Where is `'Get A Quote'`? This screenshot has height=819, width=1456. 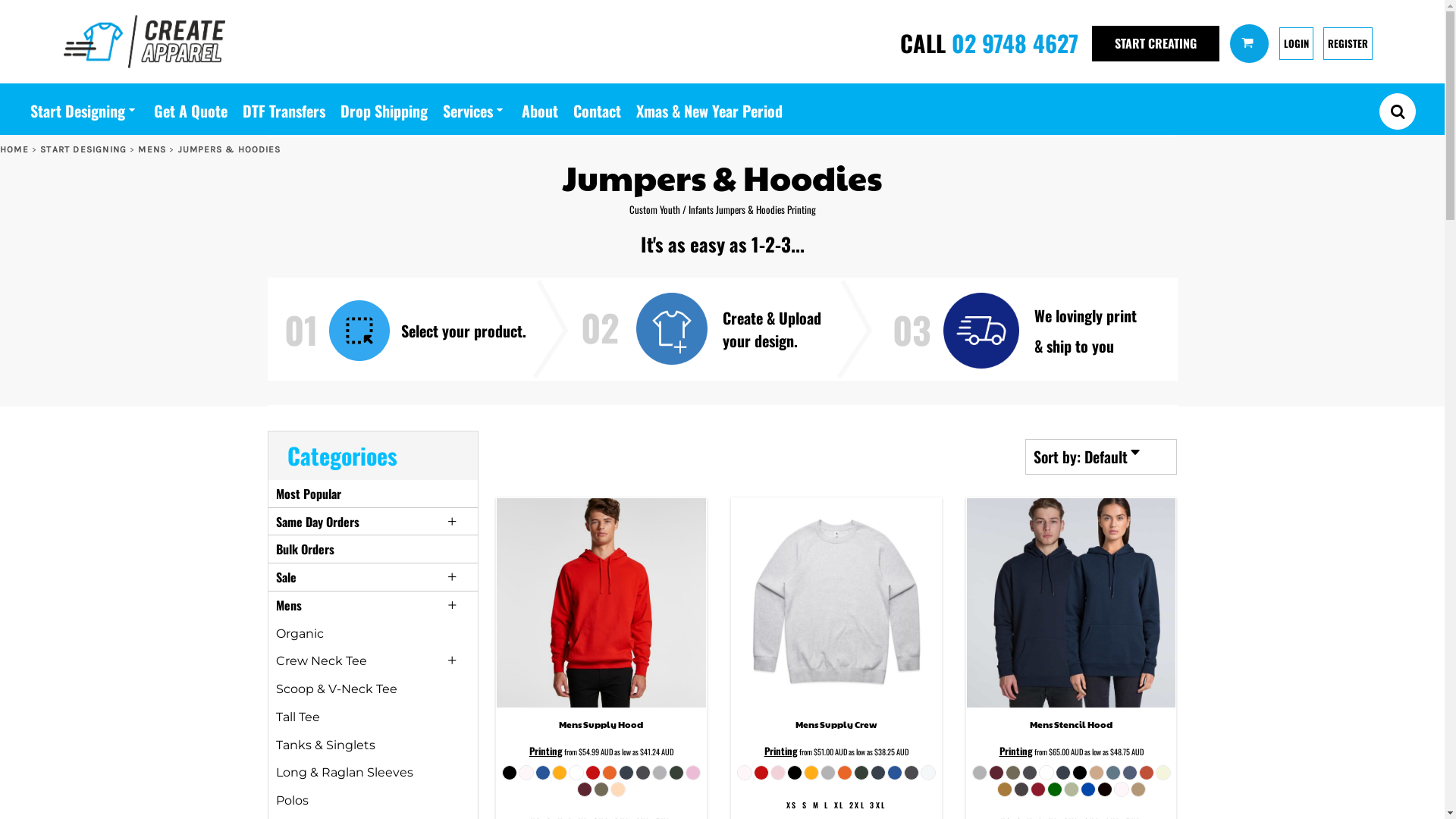 'Get A Quote' is located at coordinates (153, 108).